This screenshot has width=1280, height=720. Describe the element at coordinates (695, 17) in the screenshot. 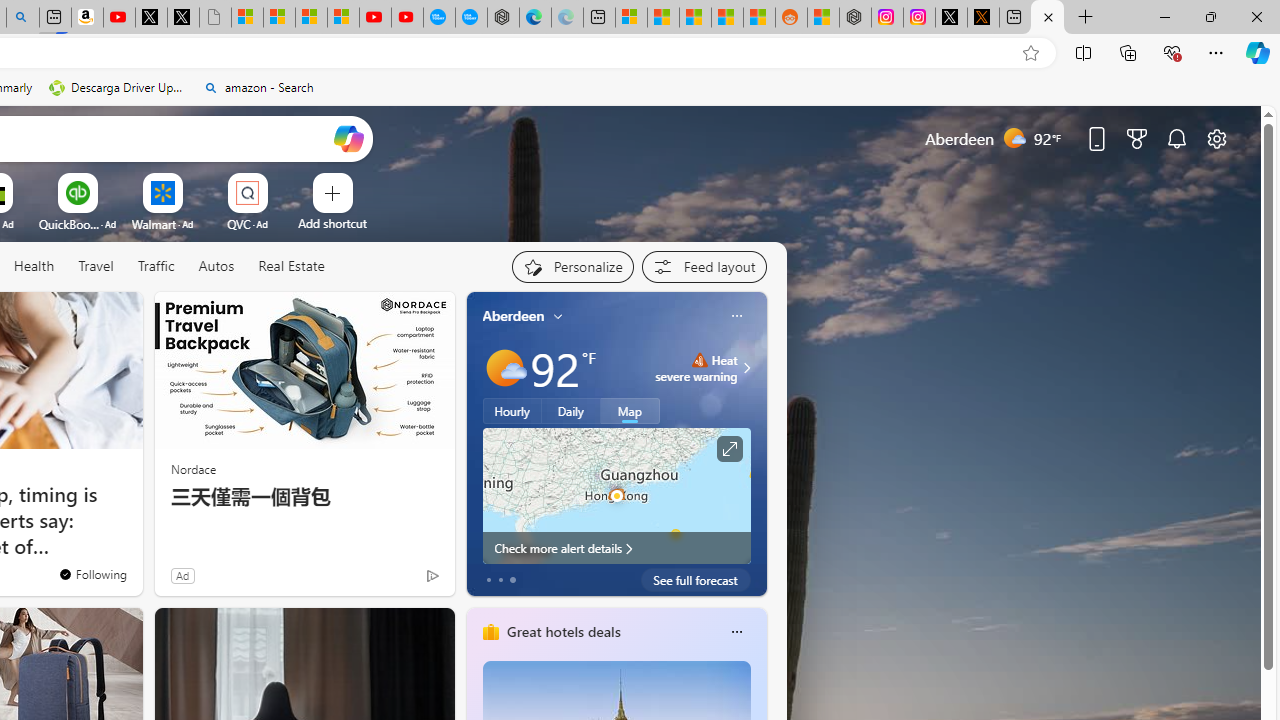

I see `'Shanghai, China hourly forecast | Microsoft Weather'` at that location.